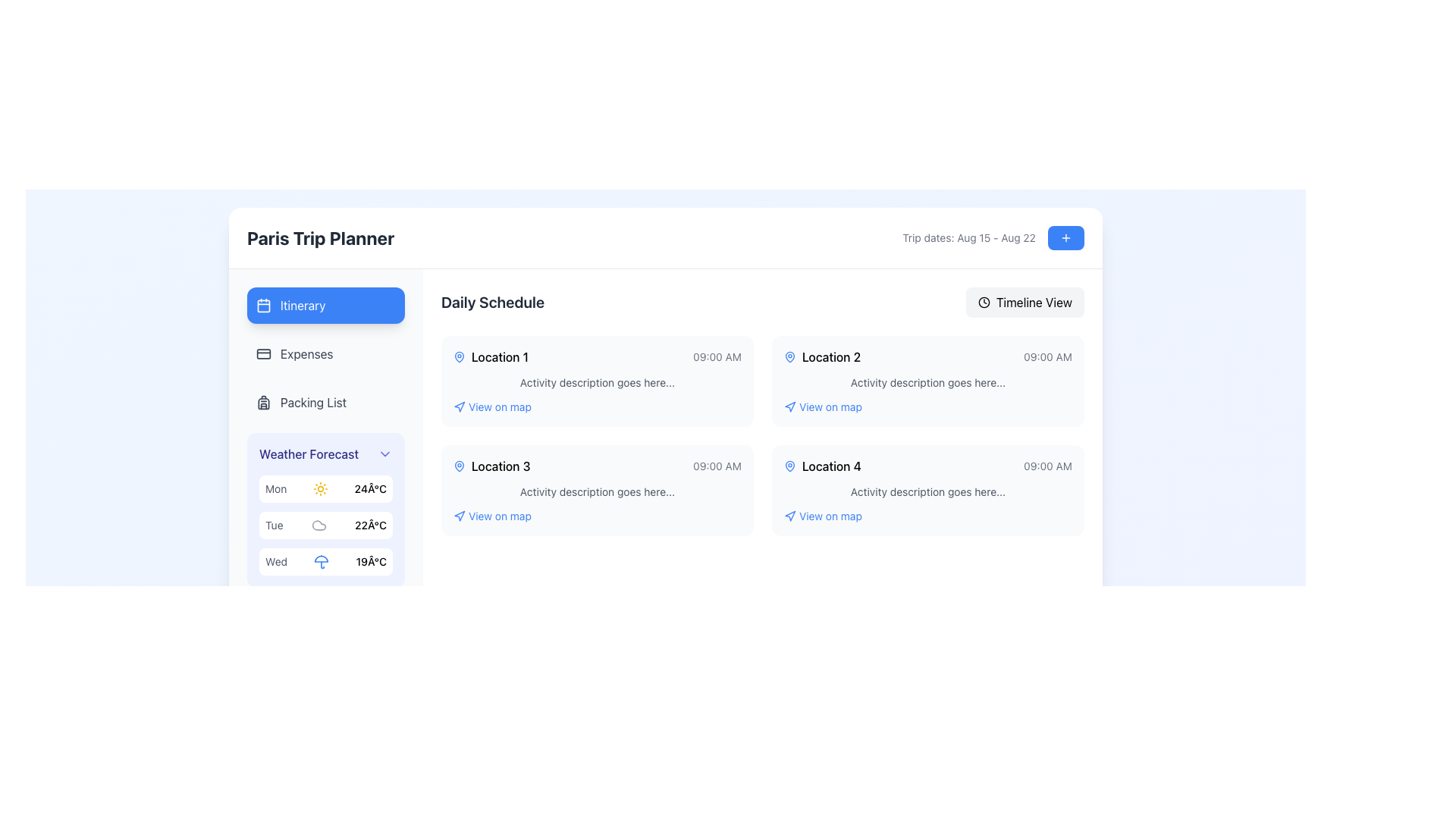 Image resolution: width=1456 pixels, height=819 pixels. What do you see at coordinates (821, 465) in the screenshot?
I see `the 'Location 4' label with a blue map-pin icon, which is located in the bottom-right section of the 'Daily Schedule' area, positioned to the left of the time display '09:00 AM'` at bounding box center [821, 465].